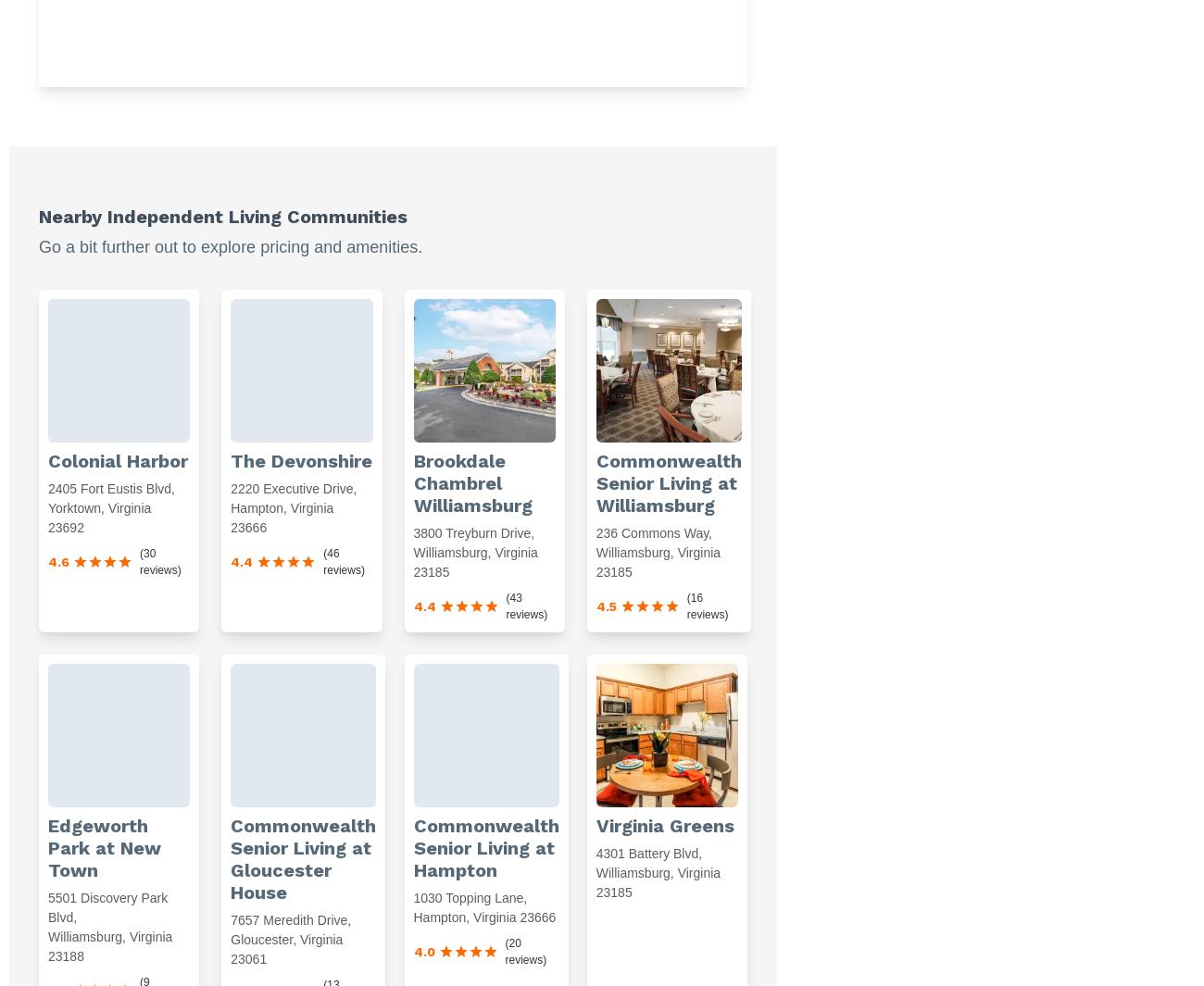 The width and height of the screenshot is (1204, 986). What do you see at coordinates (605, 605) in the screenshot?
I see `'4.5'` at bounding box center [605, 605].